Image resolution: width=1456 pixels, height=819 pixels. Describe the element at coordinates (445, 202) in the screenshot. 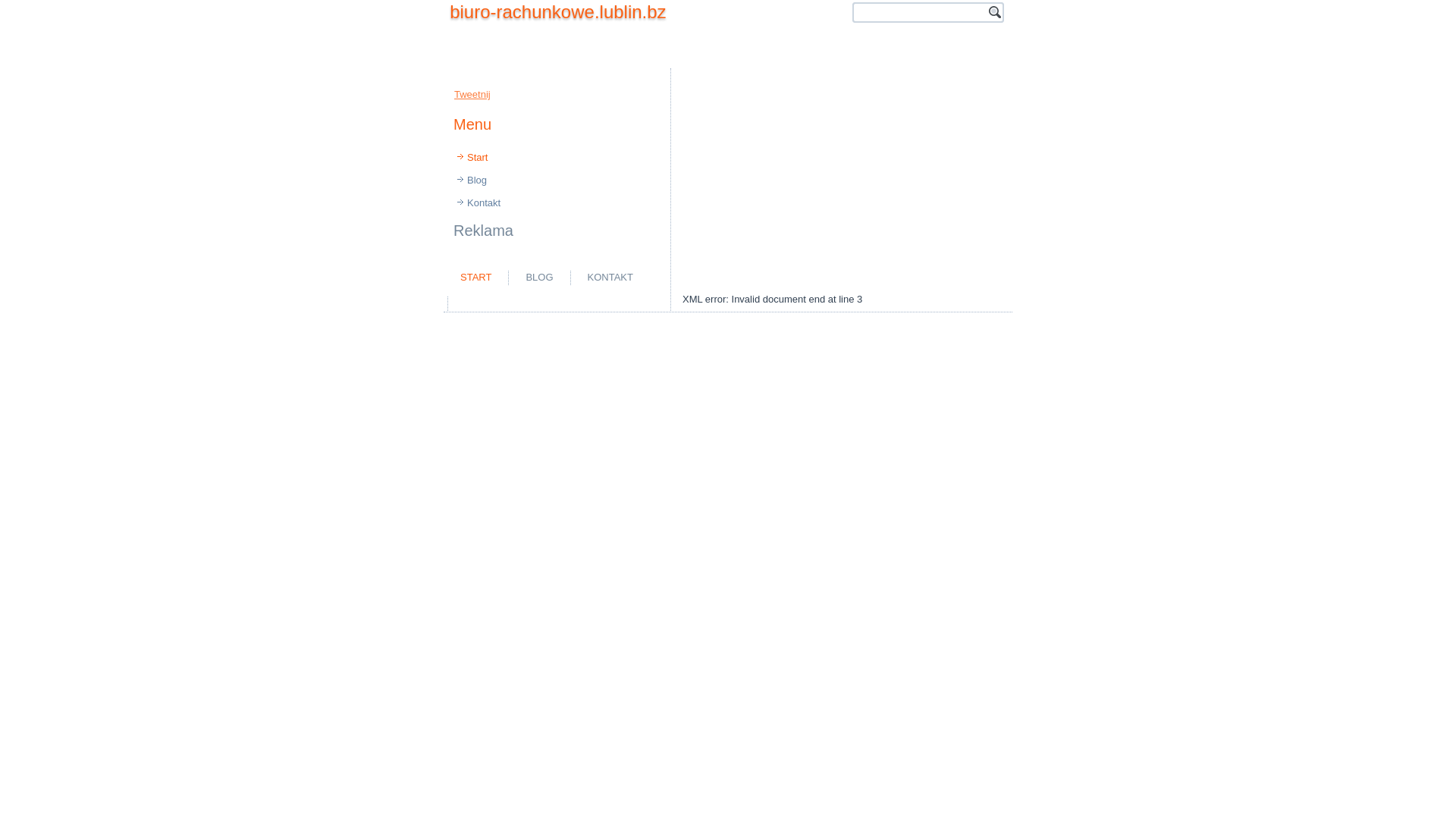

I see `'Kontakt'` at that location.